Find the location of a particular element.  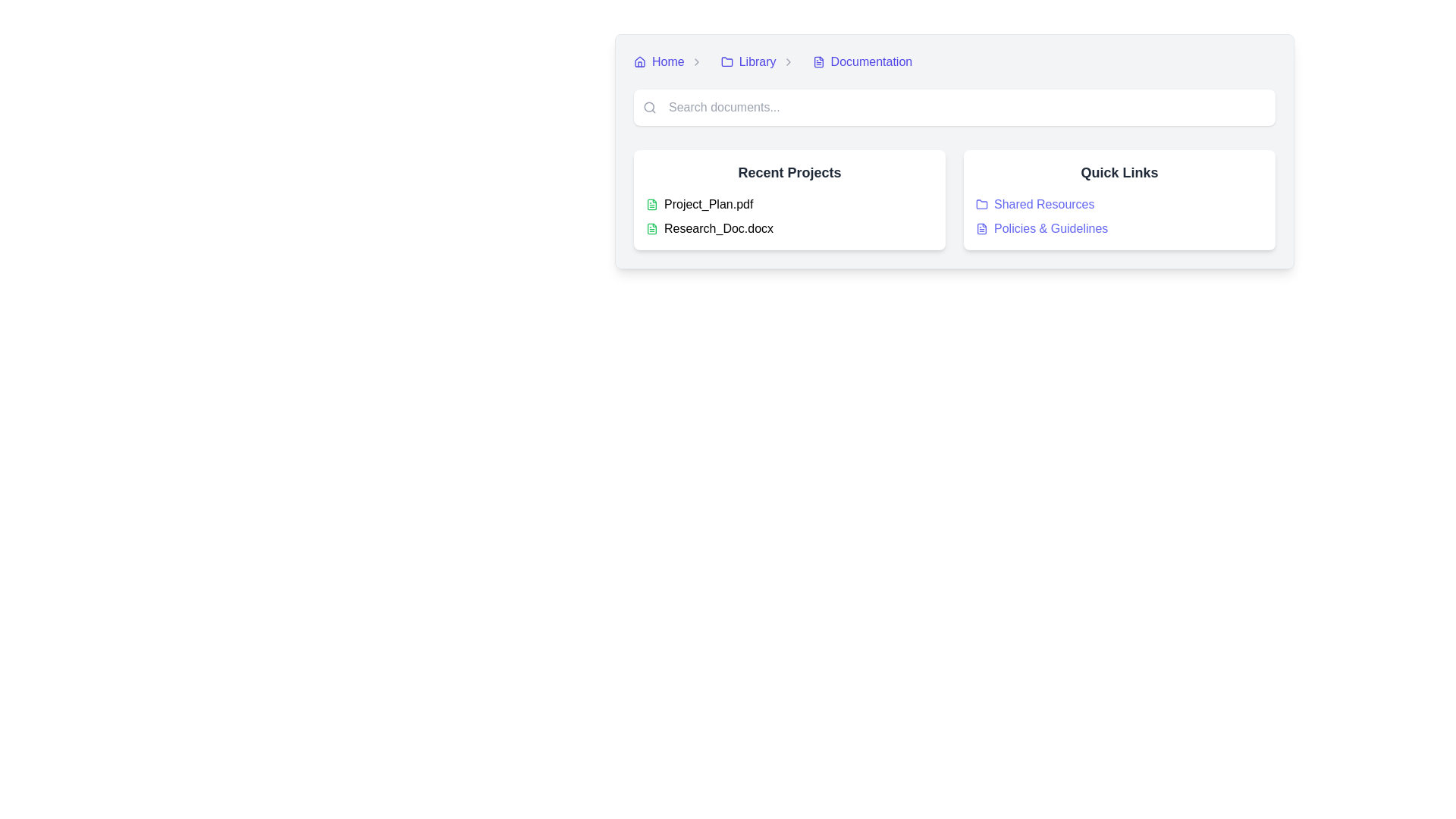

the green file document icon located to the left of the text 'Research_Doc.docx' in the 'Recent Projects' section is located at coordinates (651, 228).